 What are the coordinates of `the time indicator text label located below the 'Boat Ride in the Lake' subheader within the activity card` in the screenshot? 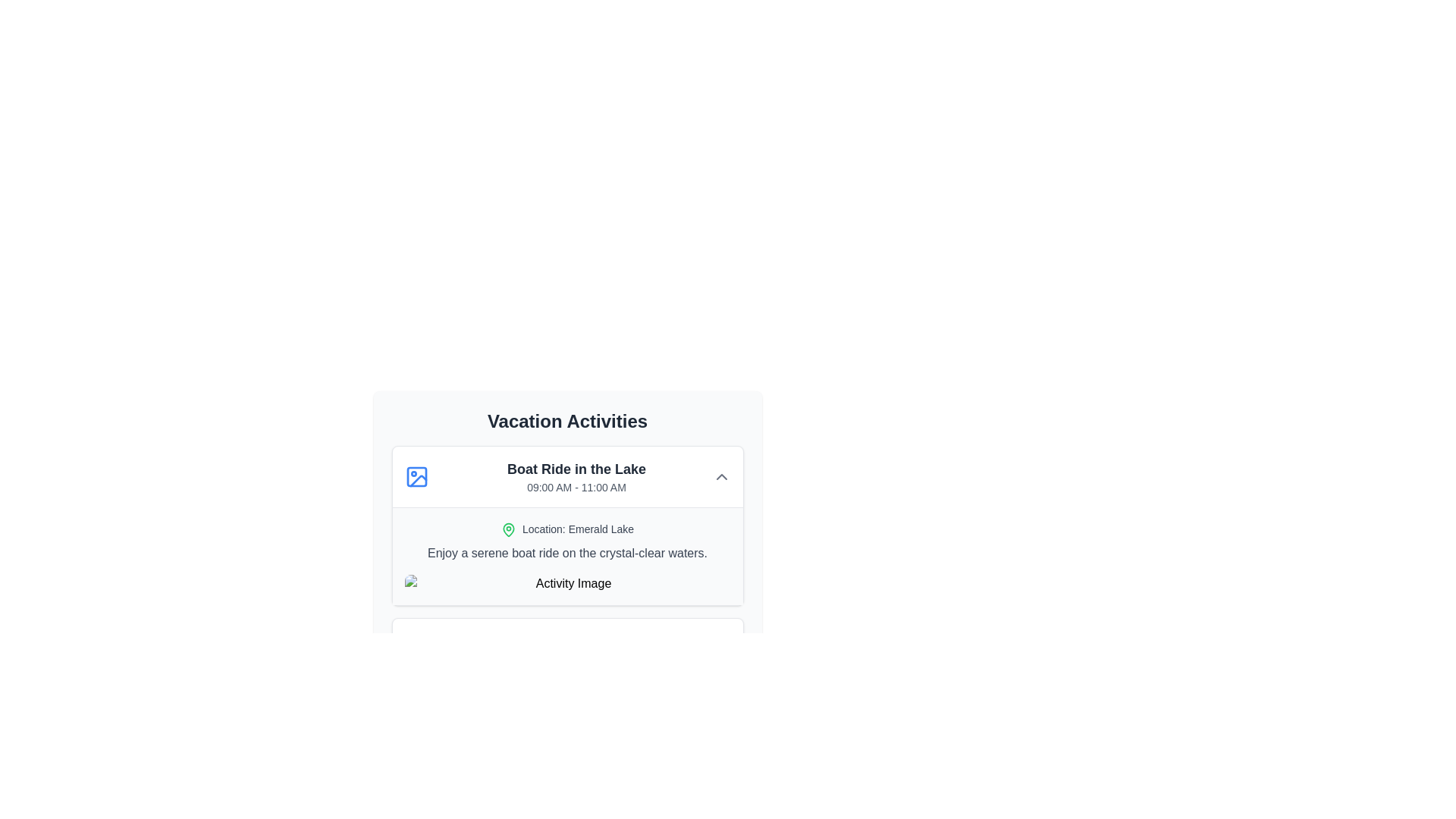 It's located at (576, 488).